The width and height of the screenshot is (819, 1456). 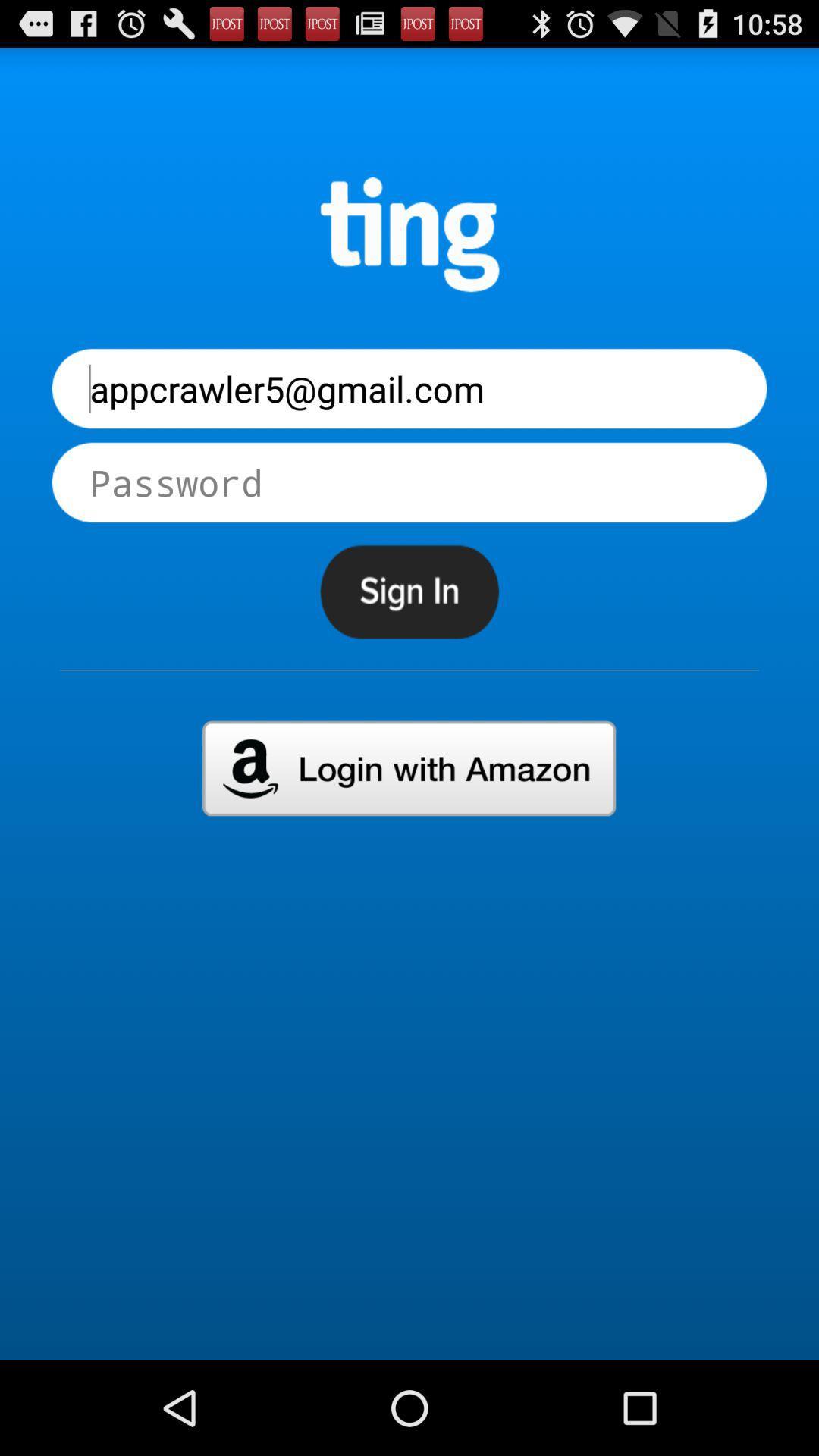 I want to click on login to my account, so click(x=408, y=768).